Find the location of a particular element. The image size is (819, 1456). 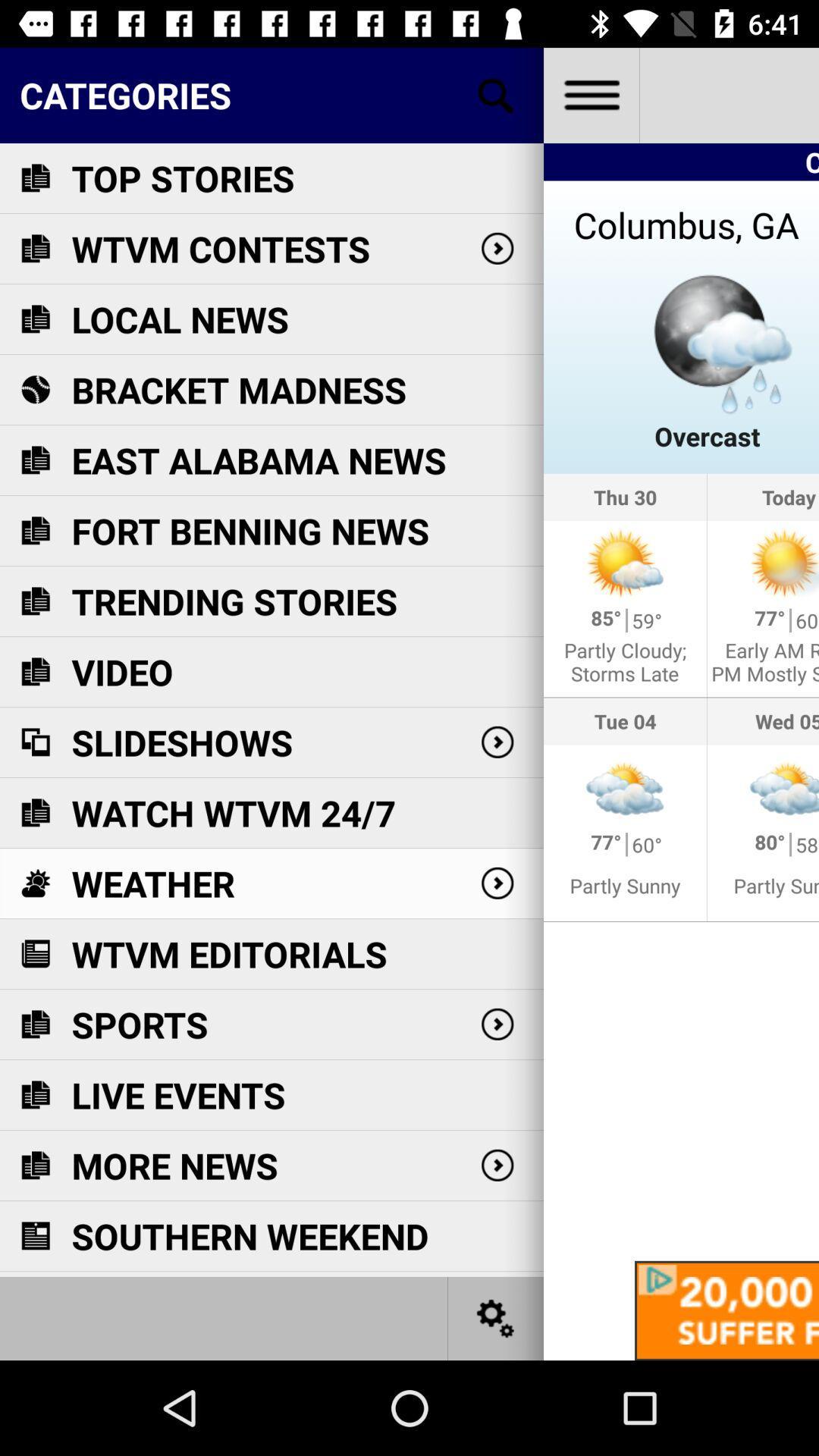

the settings icon is located at coordinates (496, 1317).